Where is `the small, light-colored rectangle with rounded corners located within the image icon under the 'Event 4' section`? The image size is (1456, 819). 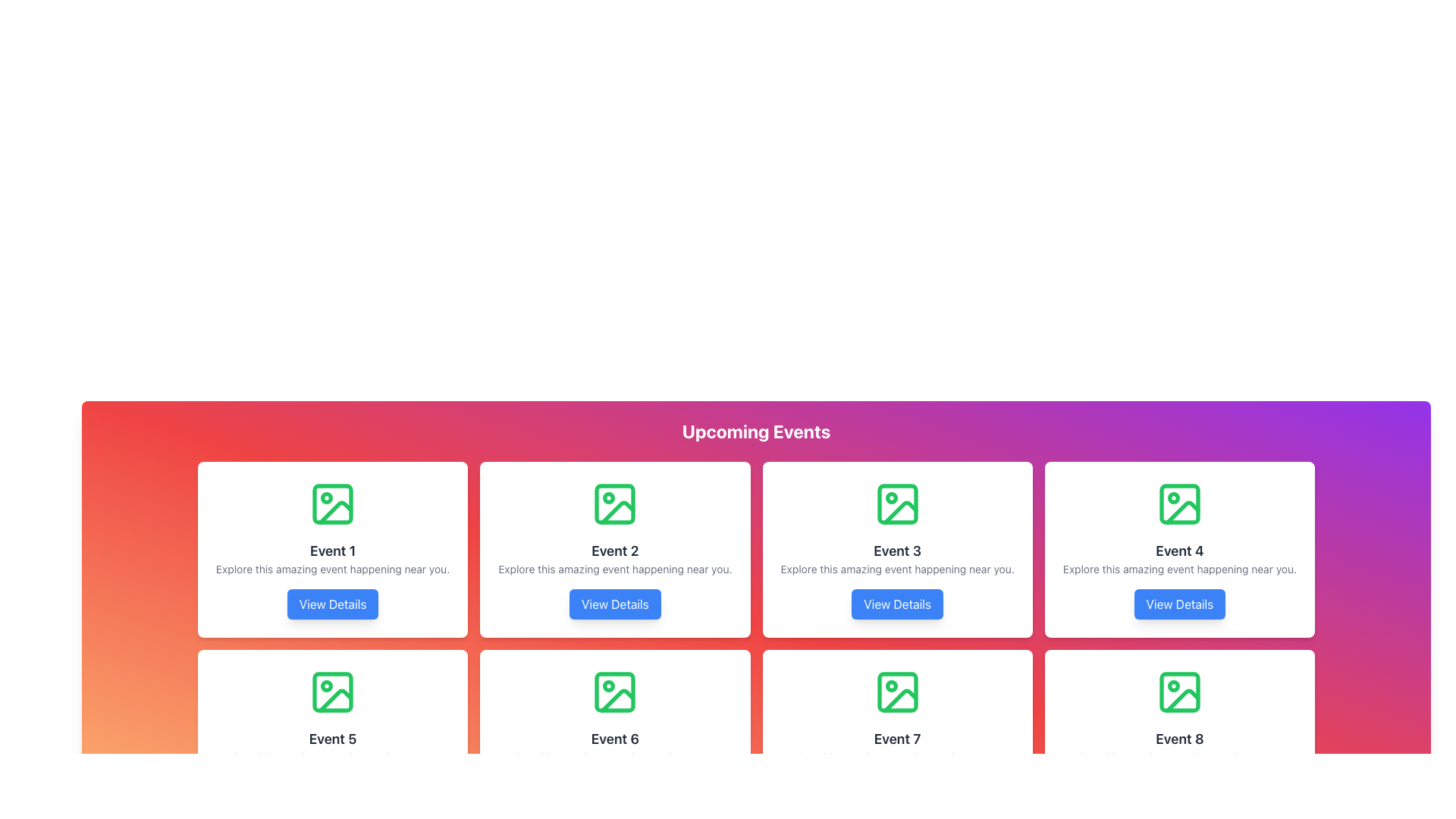
the small, light-colored rectangle with rounded corners located within the image icon under the 'Event 4' section is located at coordinates (1178, 504).